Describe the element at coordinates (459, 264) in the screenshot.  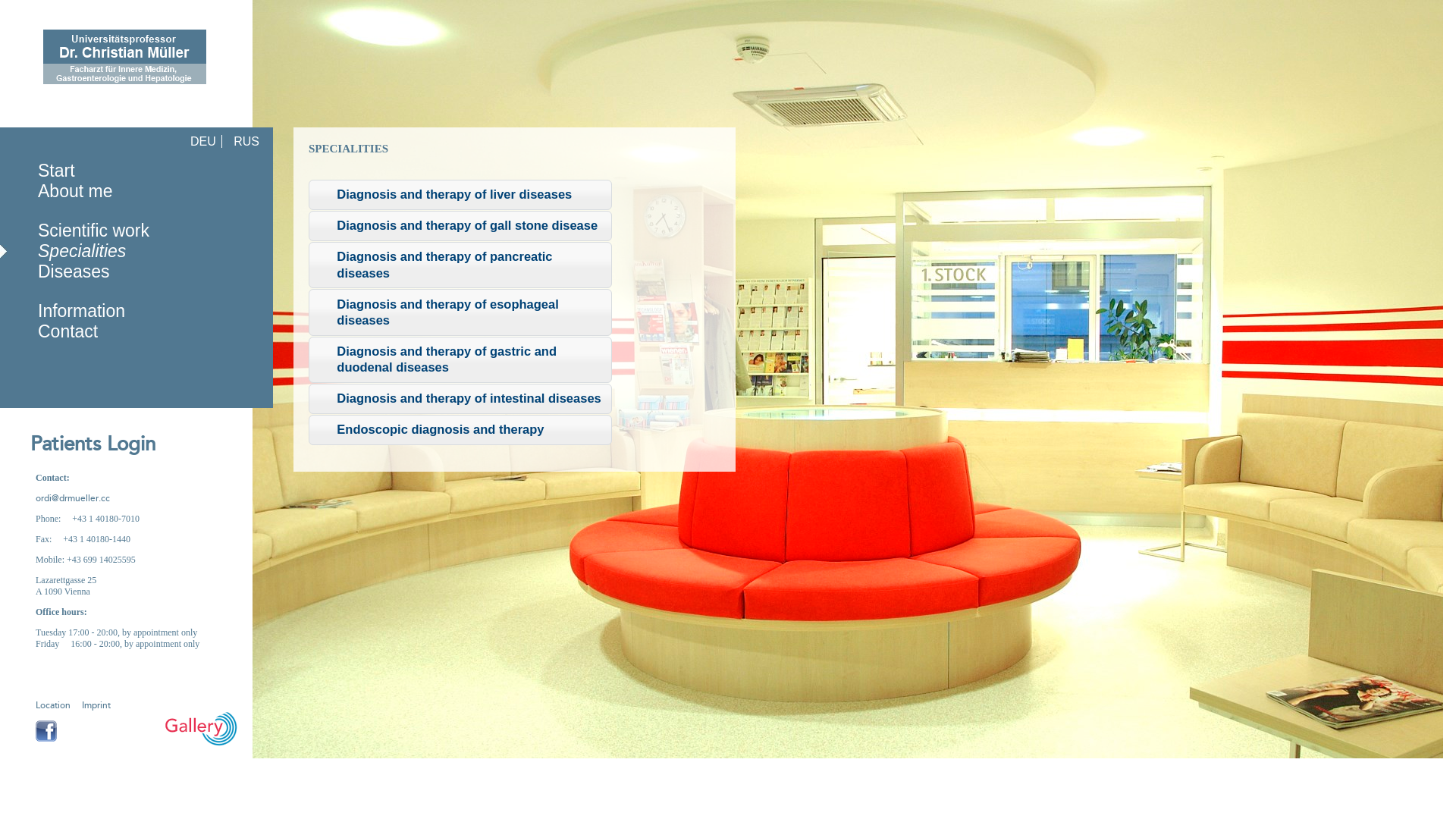
I see `'Diagnosis and therapy of pancreatic diseases'` at that location.